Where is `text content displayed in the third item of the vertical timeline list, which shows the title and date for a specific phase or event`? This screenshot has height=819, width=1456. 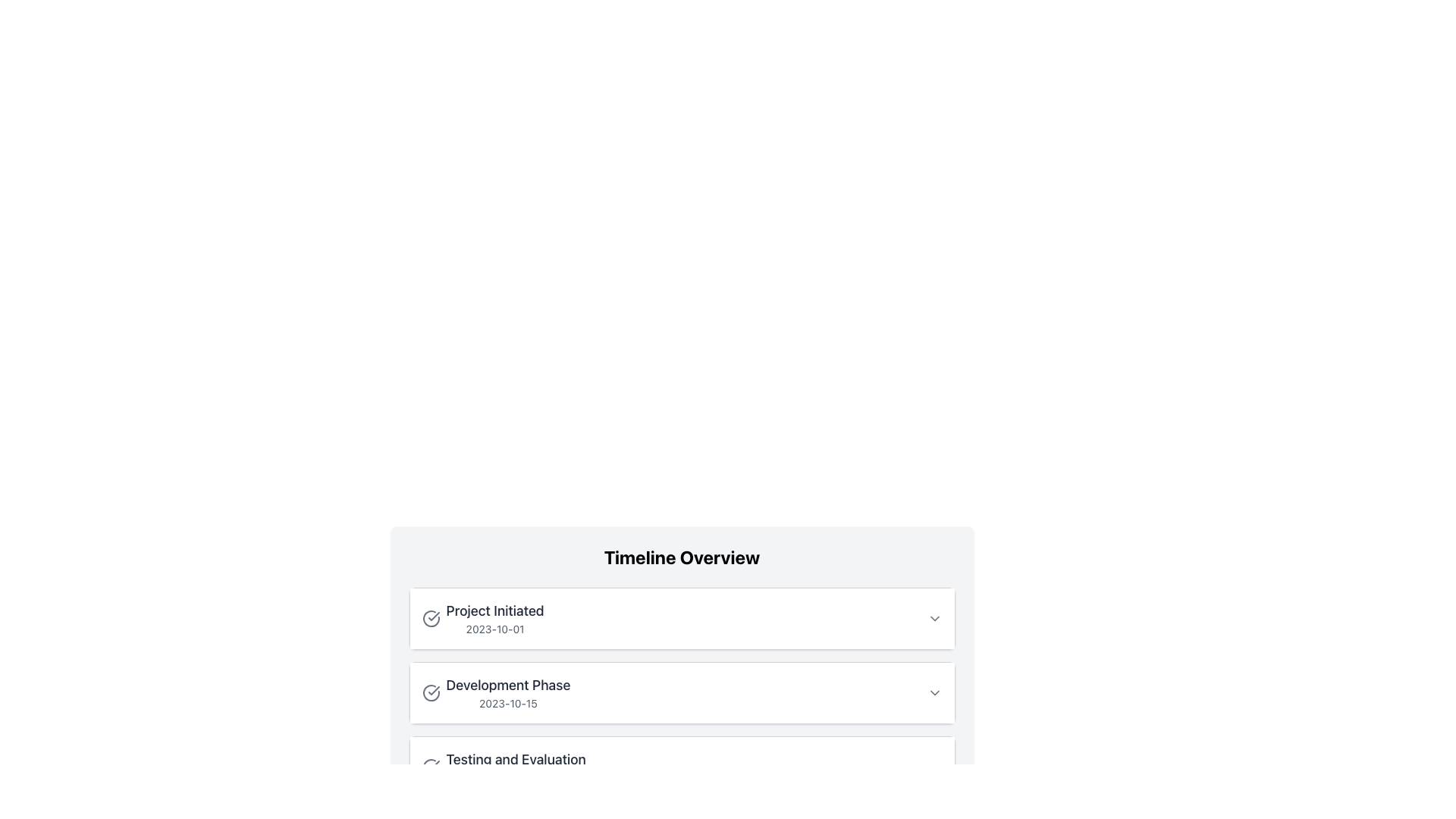 text content displayed in the third item of the vertical timeline list, which shows the title and date for a specific phase or event is located at coordinates (516, 767).